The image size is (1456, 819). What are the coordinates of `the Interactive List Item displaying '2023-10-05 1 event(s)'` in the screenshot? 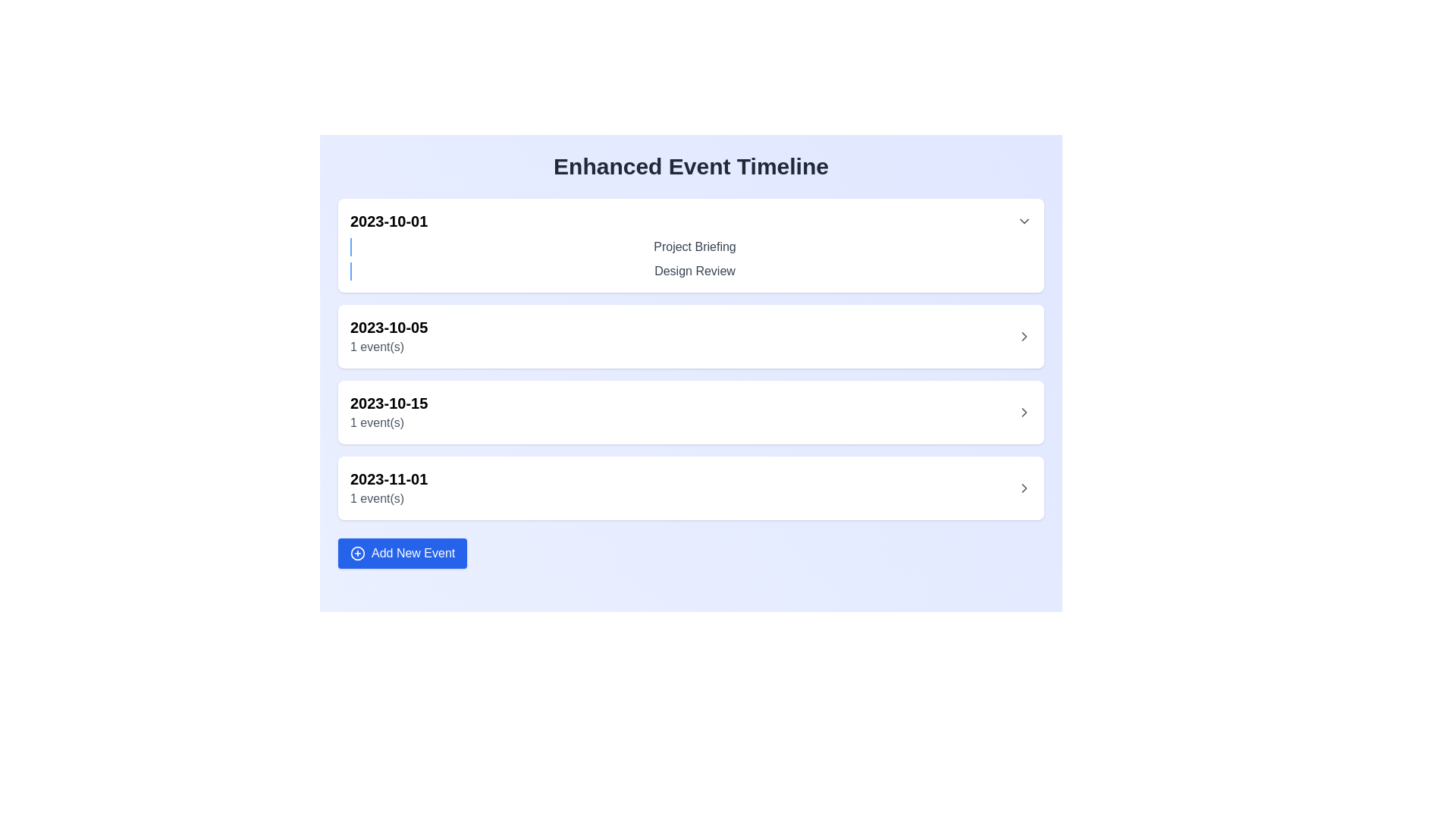 It's located at (690, 335).